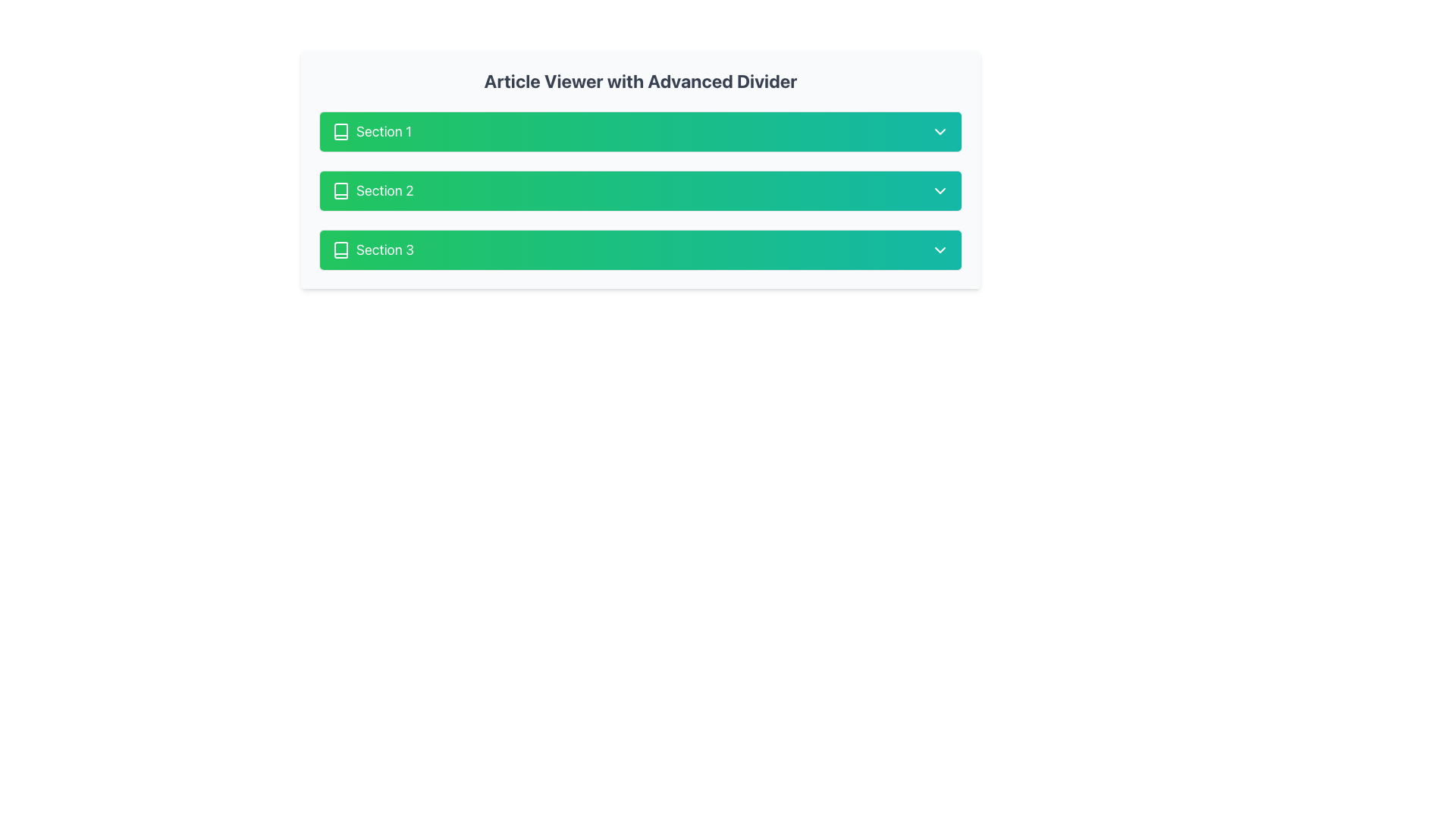  Describe the element at coordinates (372, 130) in the screenshot. I see `the text label that serves as the title for the first section in a multi-section layout, located next to a book icon` at that location.